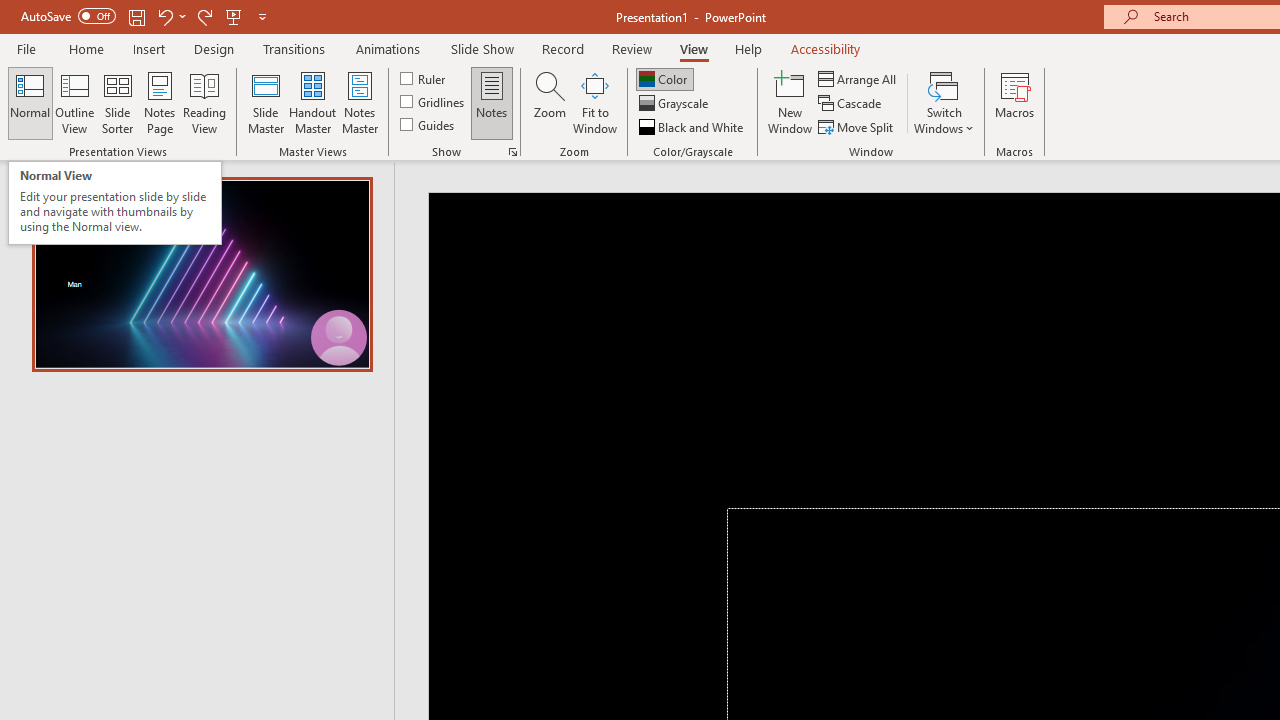  What do you see at coordinates (549, 103) in the screenshot?
I see `'Zoom...'` at bounding box center [549, 103].